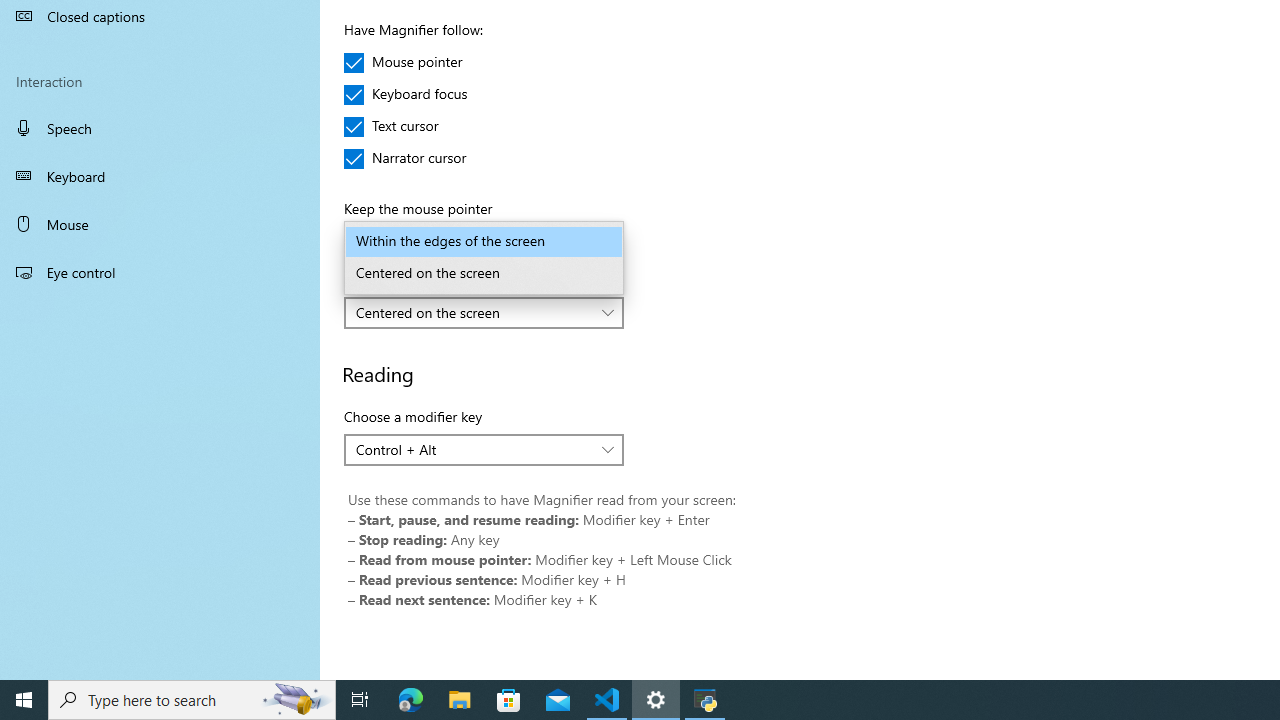  Describe the element at coordinates (606, 698) in the screenshot. I see `'Visual Studio Code - 1 running window'` at that location.